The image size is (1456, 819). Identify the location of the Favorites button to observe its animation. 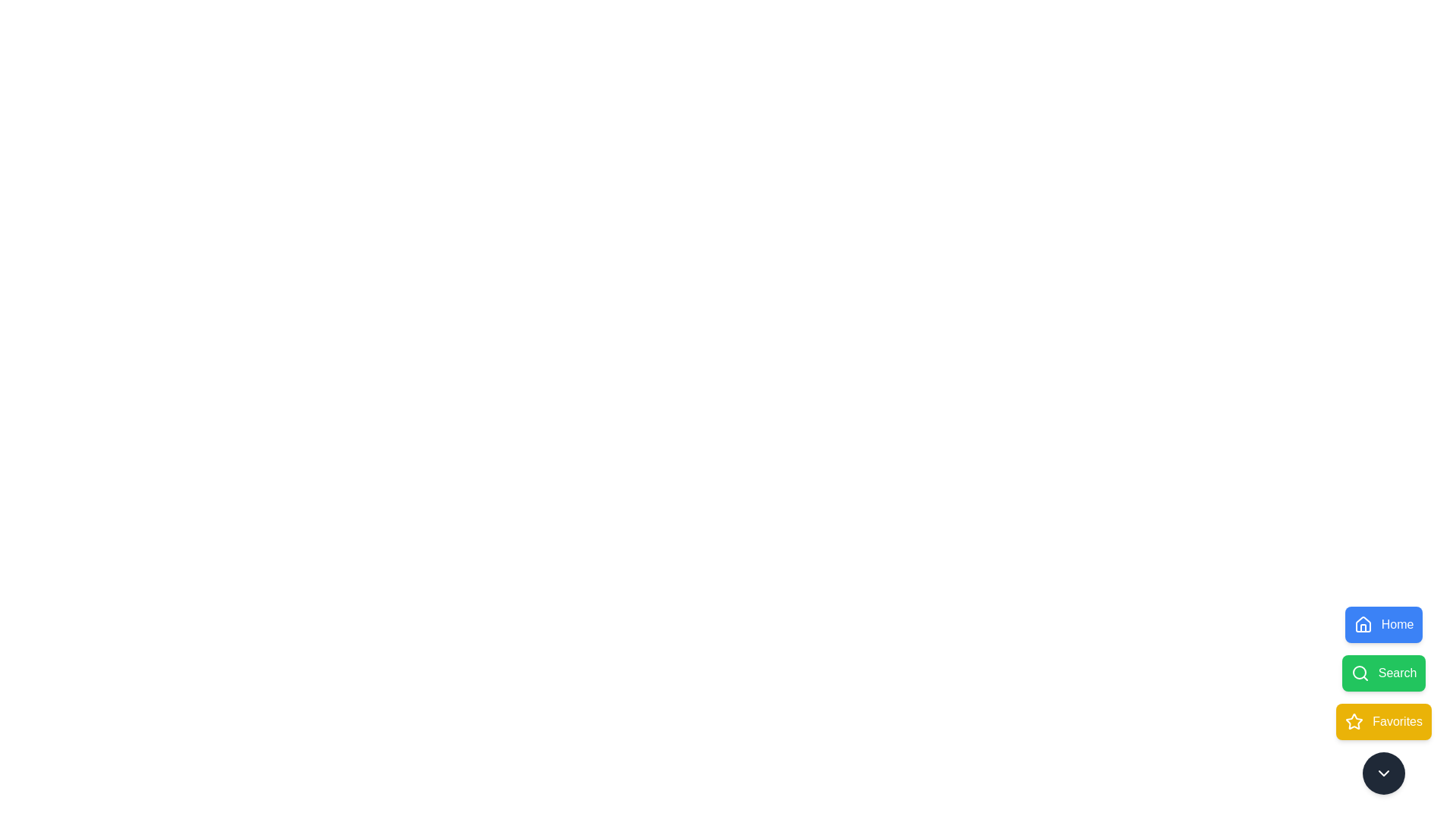
(1383, 721).